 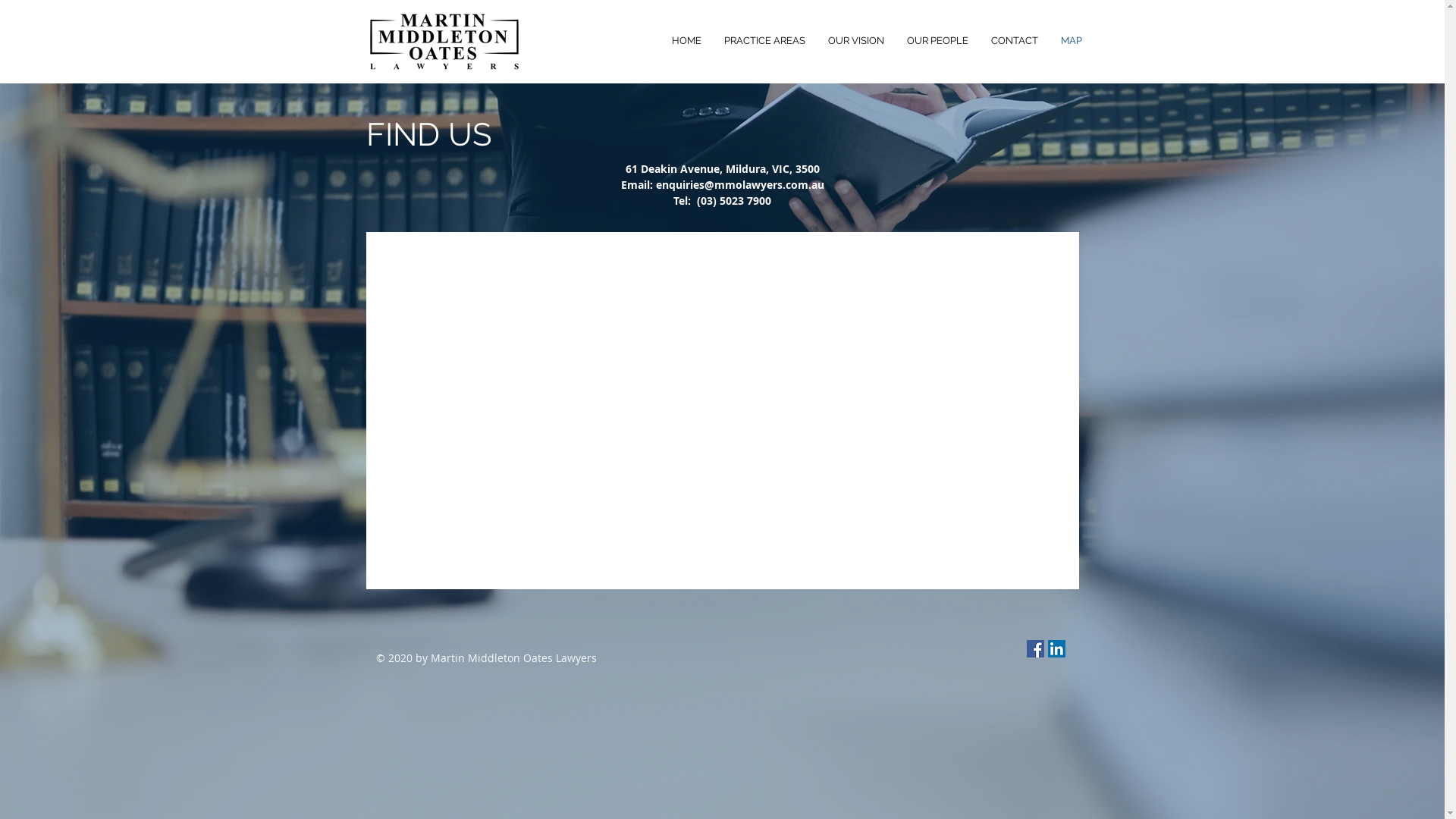 I want to click on 'OUR PEOPLE', so click(x=936, y=40).